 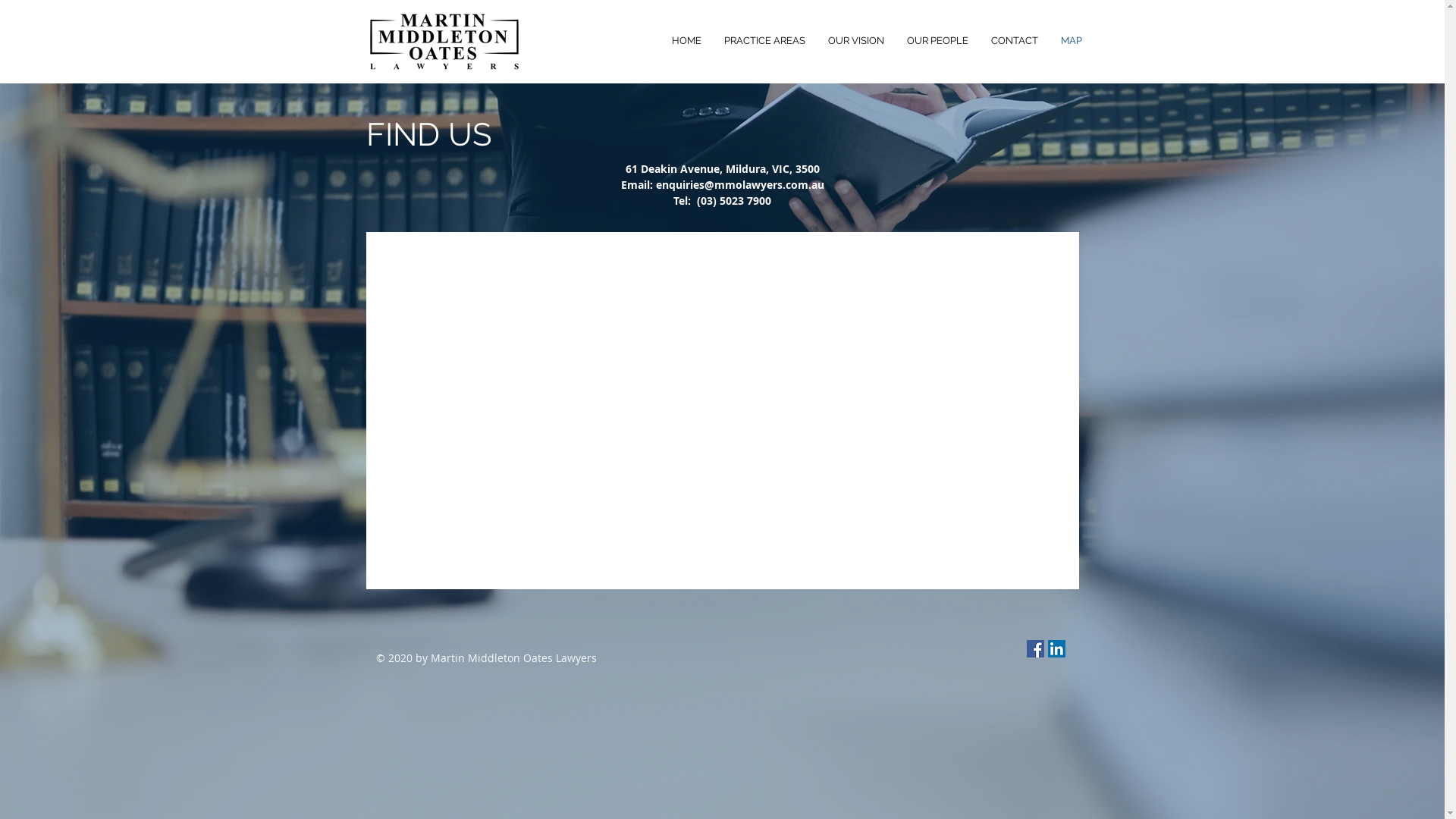 I want to click on 'OUR PEOPLE', so click(x=936, y=40).